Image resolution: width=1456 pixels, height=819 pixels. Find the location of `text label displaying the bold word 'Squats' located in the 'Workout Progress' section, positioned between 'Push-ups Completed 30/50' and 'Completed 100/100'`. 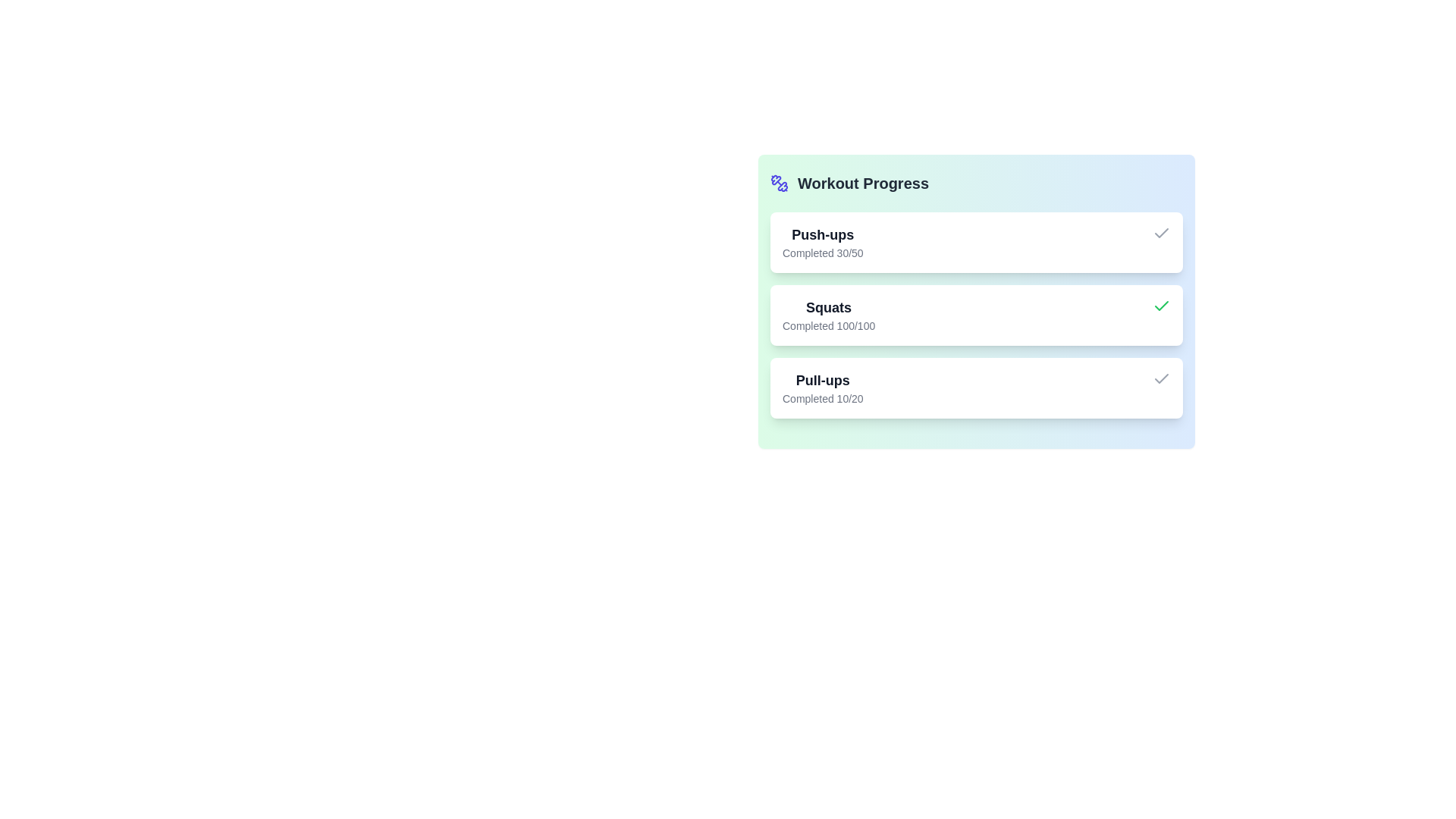

text label displaying the bold word 'Squats' located in the 'Workout Progress' section, positioned between 'Push-ups Completed 30/50' and 'Completed 100/100' is located at coordinates (828, 307).